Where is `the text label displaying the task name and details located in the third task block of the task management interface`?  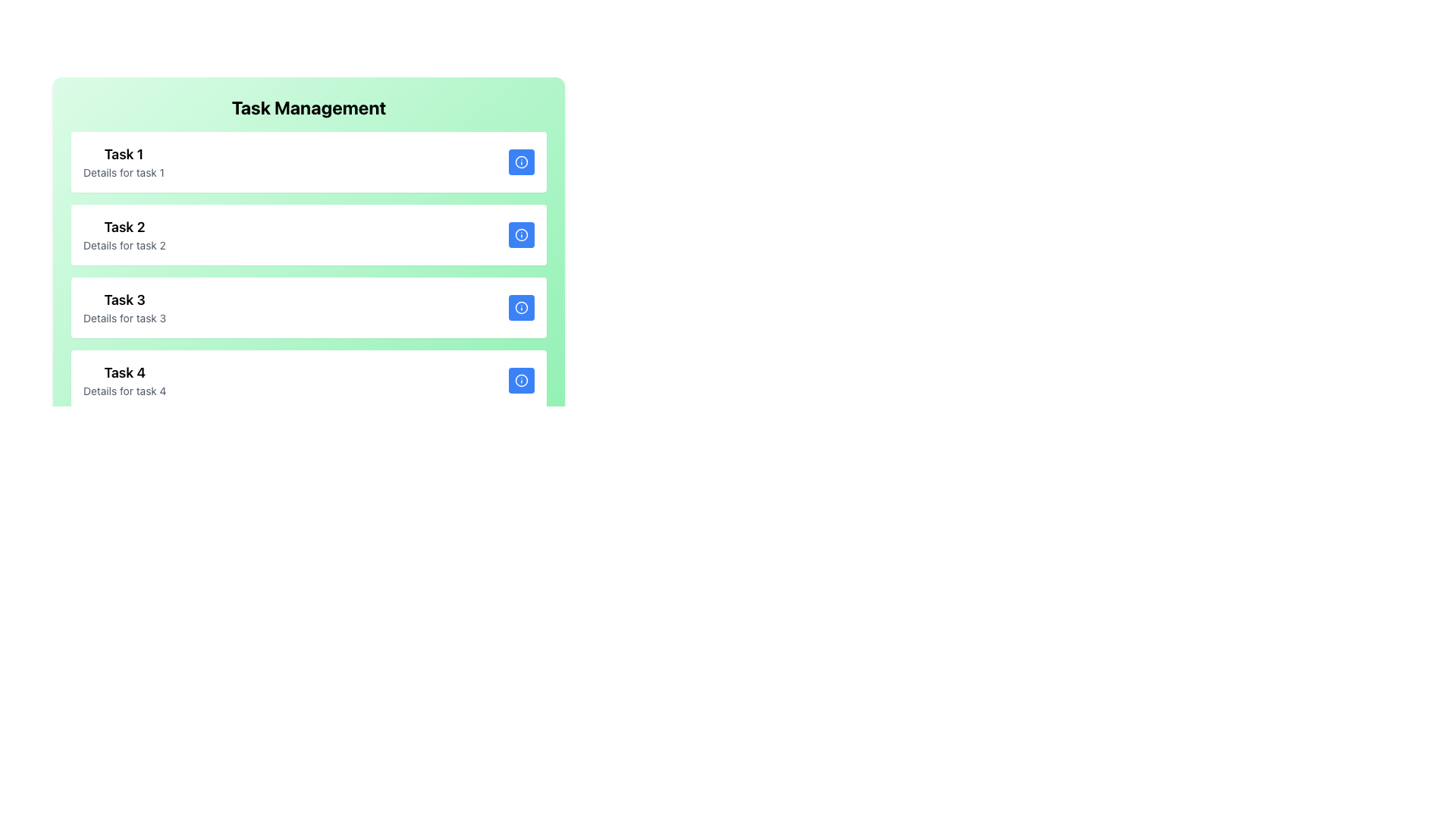 the text label displaying the task name and details located in the third task block of the task management interface is located at coordinates (124, 307).